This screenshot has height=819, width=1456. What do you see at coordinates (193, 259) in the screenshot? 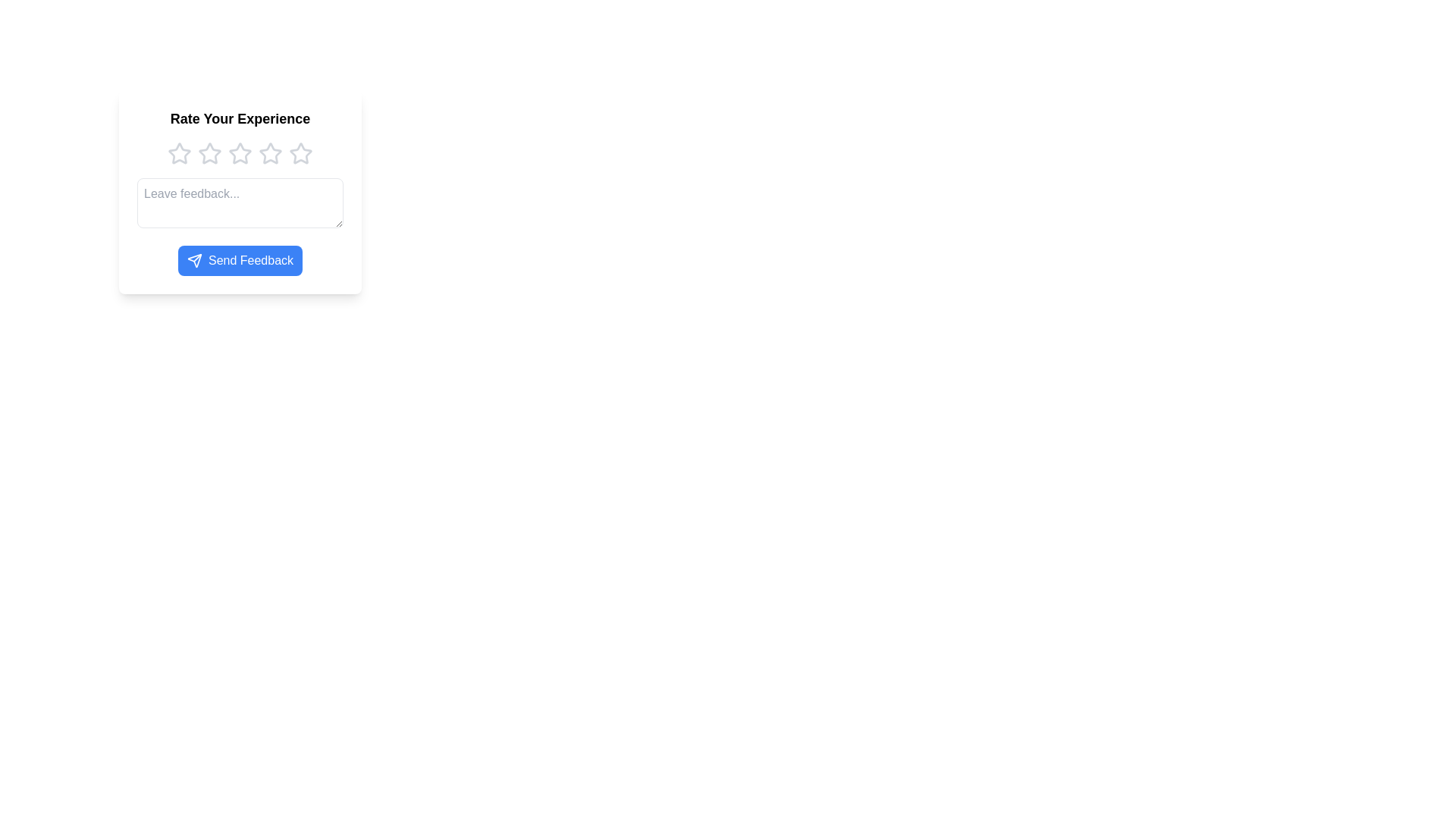
I see `the small triangular icon styled as an arrow or paper airplane outline within the 'Send Feedback' button at the bottom center of the feedback form` at bounding box center [193, 259].